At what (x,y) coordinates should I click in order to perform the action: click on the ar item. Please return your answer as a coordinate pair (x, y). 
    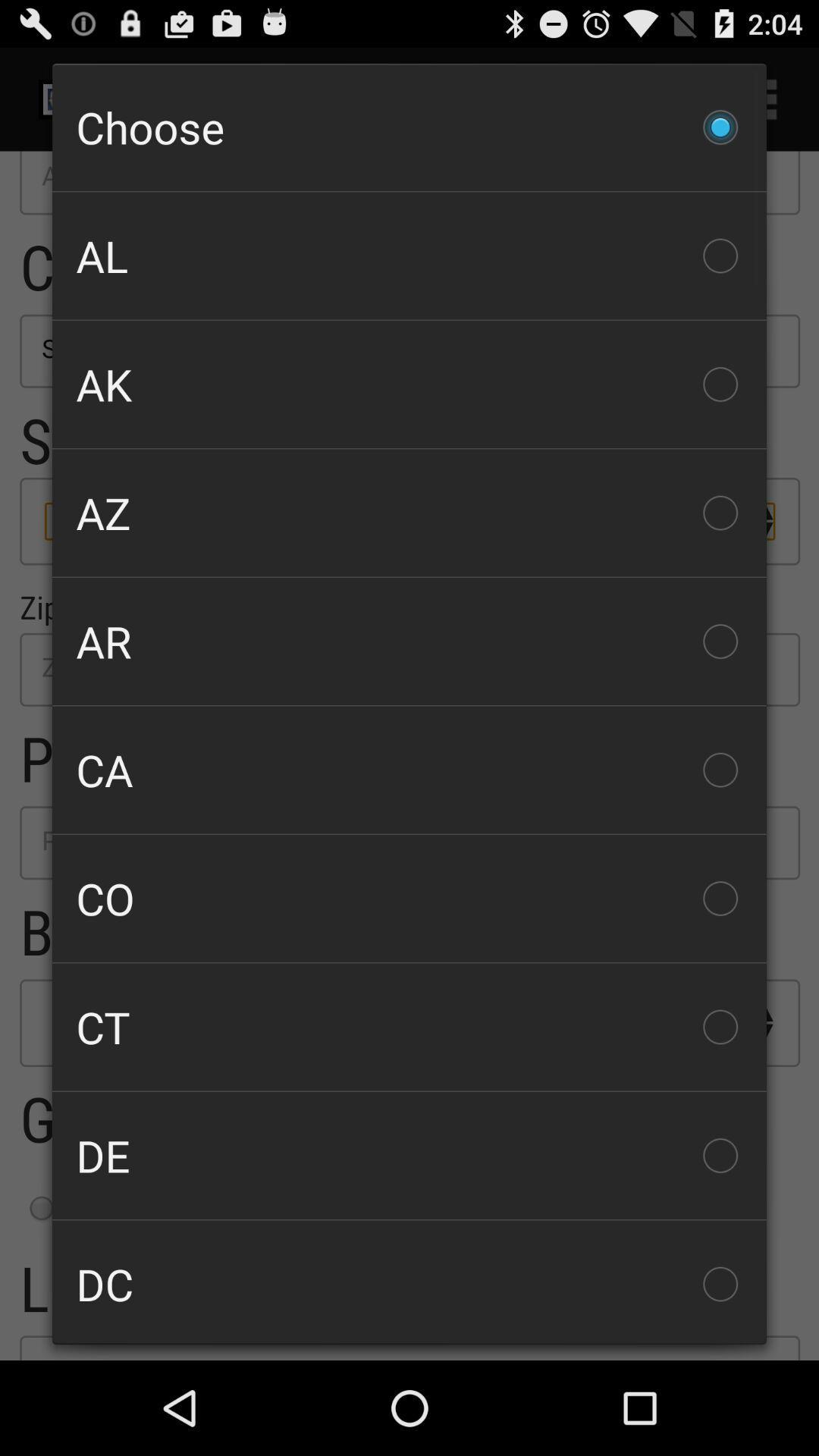
    Looking at the image, I should click on (409, 641).